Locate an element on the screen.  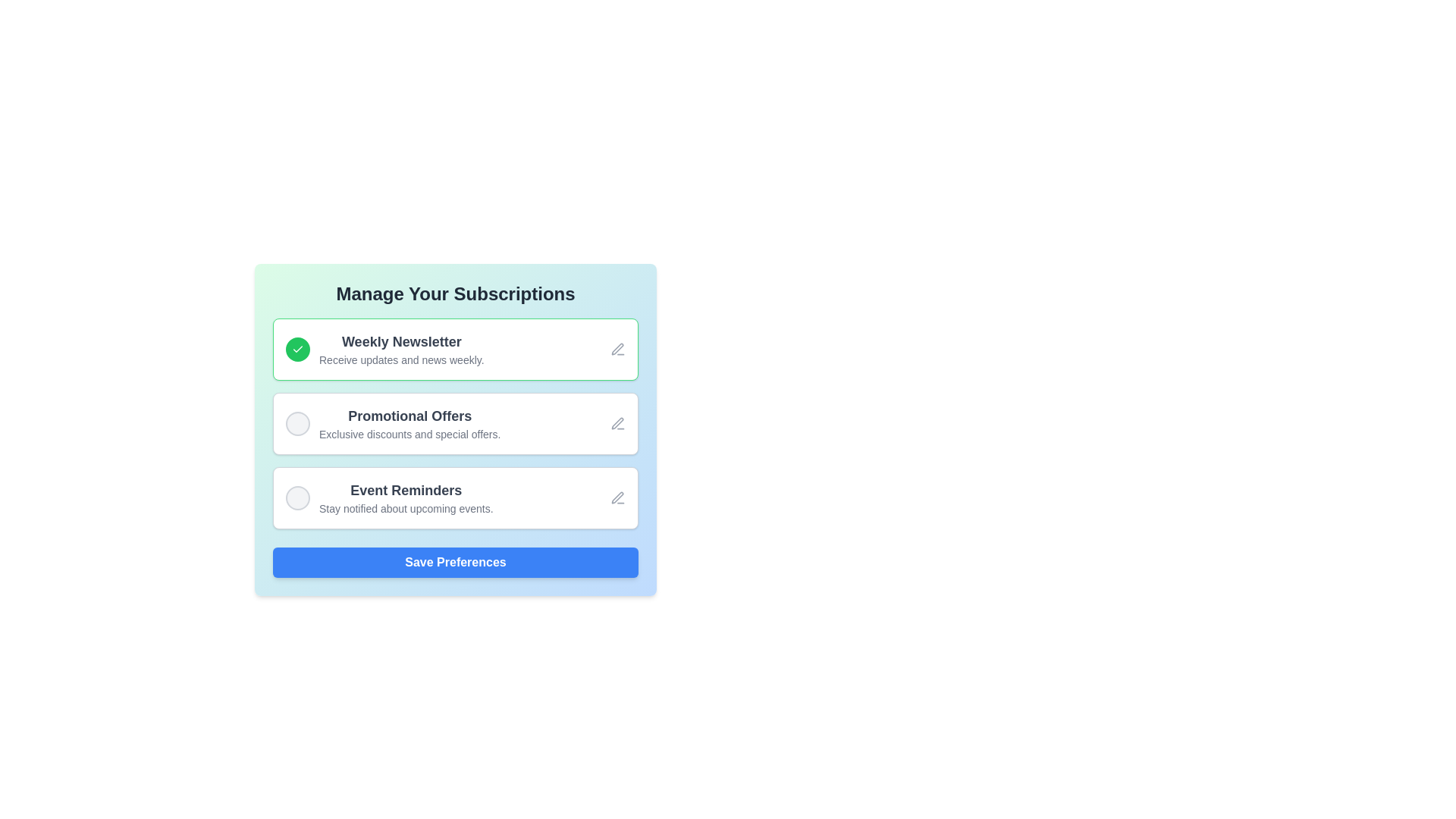
the gray pen icon located at the top-right corner of the 'Weekly Newsletter' subscription box to initiate an edit action is located at coordinates (618, 350).